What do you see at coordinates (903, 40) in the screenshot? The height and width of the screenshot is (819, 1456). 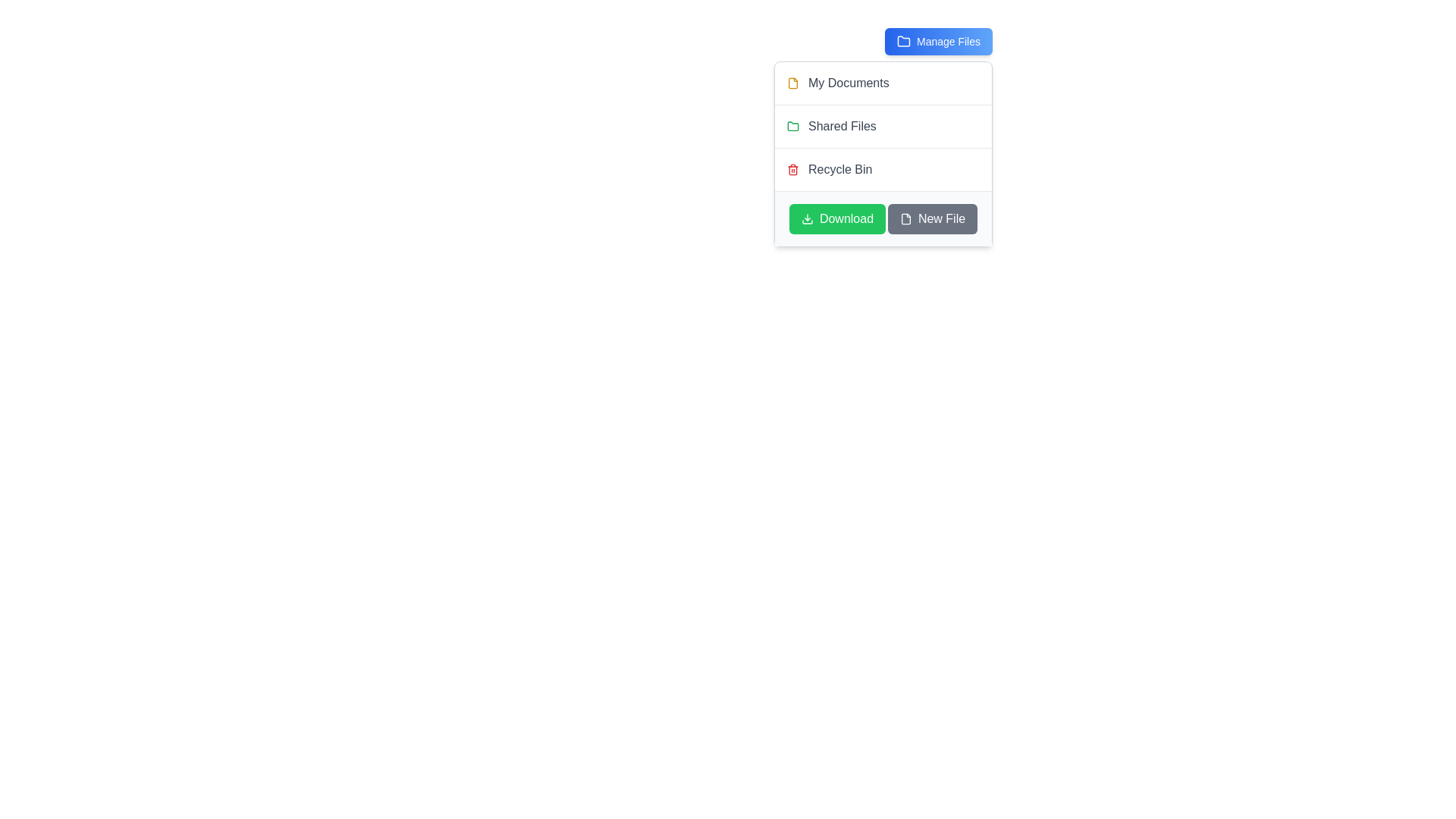 I see `the blue folder icon located in the 'Manage Files' dropdown menu, which is the first item in the list preceding 'My Documents'` at bounding box center [903, 40].